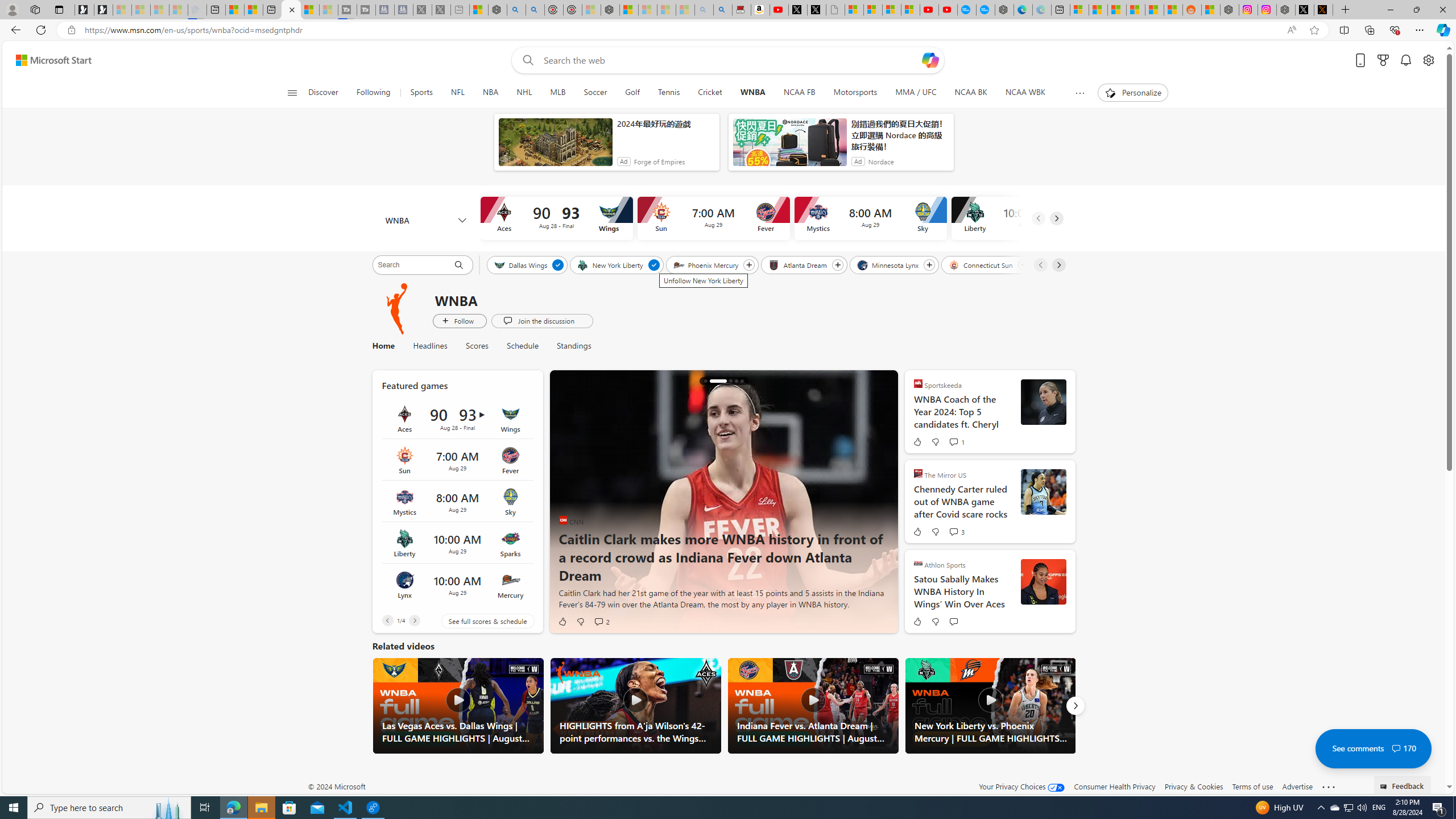 This screenshot has width=1456, height=819. Describe the element at coordinates (789, 146) in the screenshot. I see `'anim-content'` at that location.